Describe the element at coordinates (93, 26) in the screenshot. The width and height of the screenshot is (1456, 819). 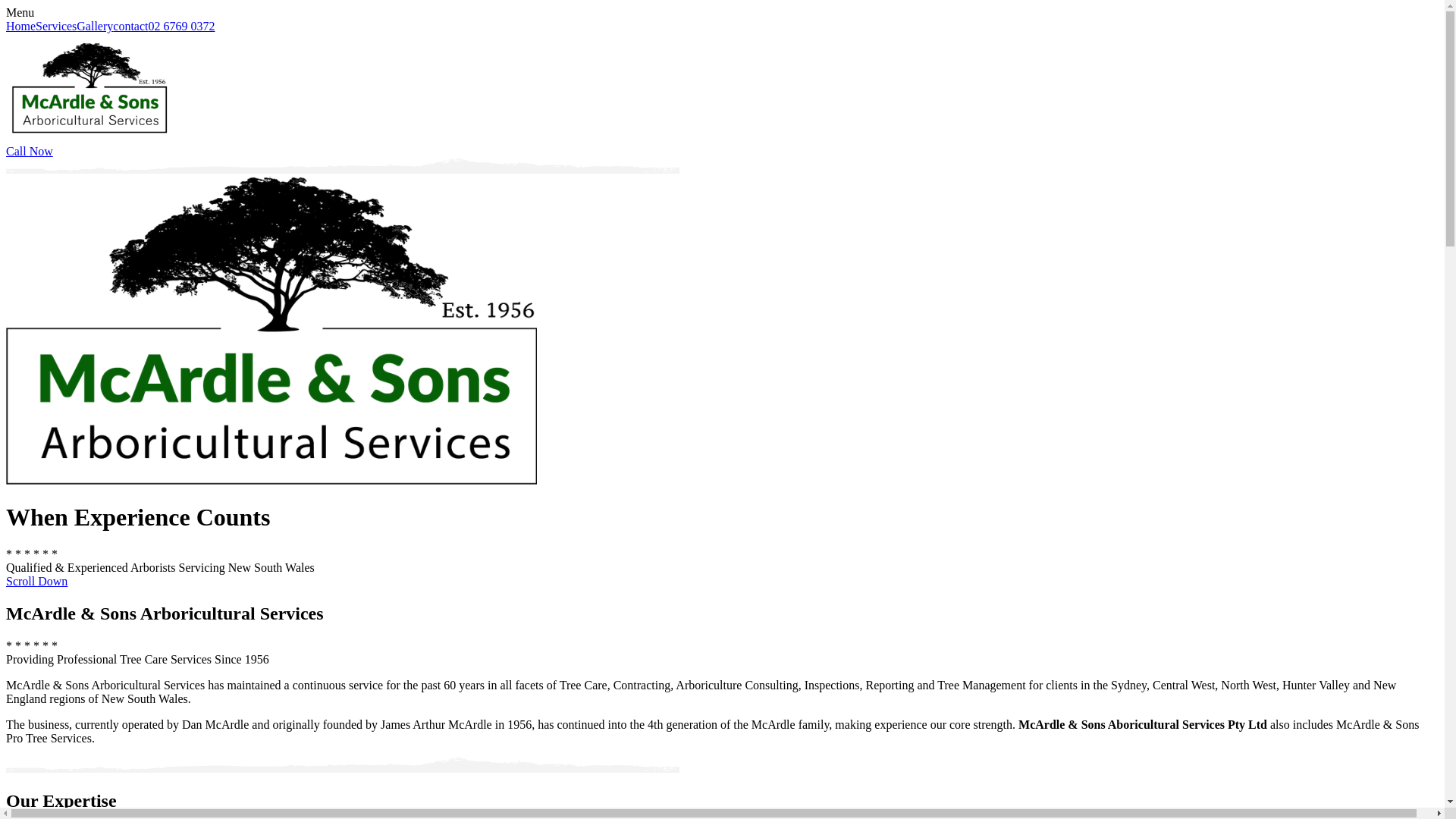
I see `'Gallery'` at that location.